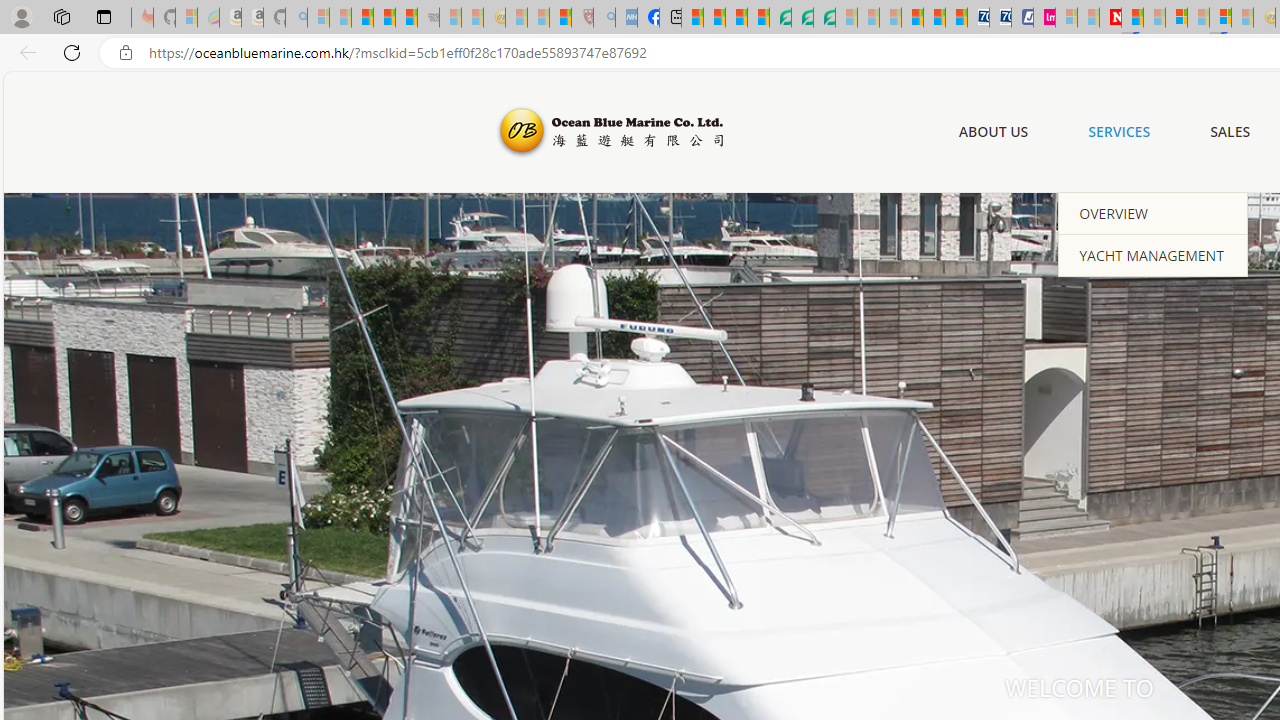 The width and height of the screenshot is (1280, 720). What do you see at coordinates (607, 132) in the screenshot?
I see `'Ocean Blue Marine'` at bounding box center [607, 132].